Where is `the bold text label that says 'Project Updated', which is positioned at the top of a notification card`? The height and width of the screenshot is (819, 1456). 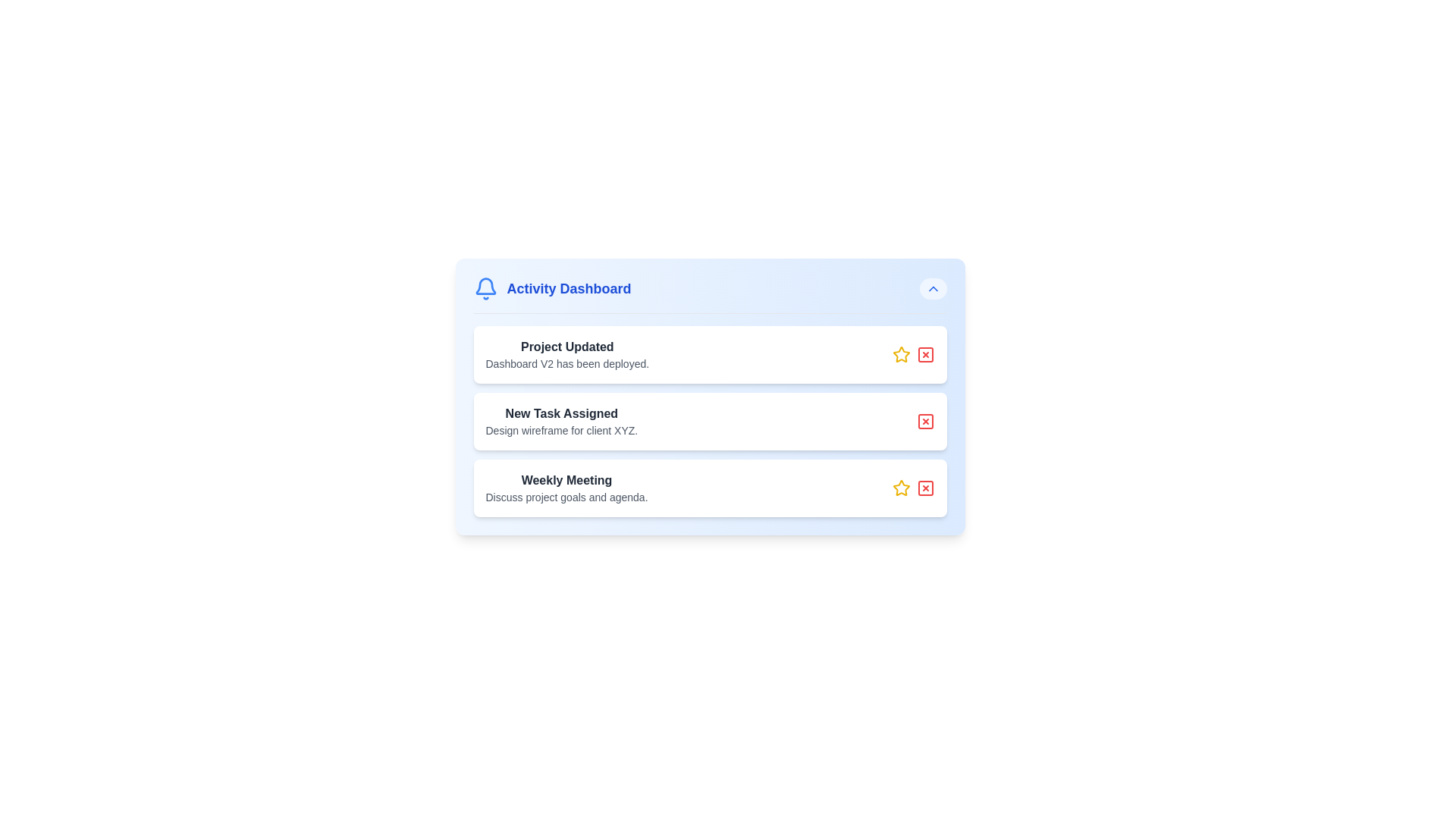 the bold text label that says 'Project Updated', which is positioned at the top of a notification card is located at coordinates (566, 347).